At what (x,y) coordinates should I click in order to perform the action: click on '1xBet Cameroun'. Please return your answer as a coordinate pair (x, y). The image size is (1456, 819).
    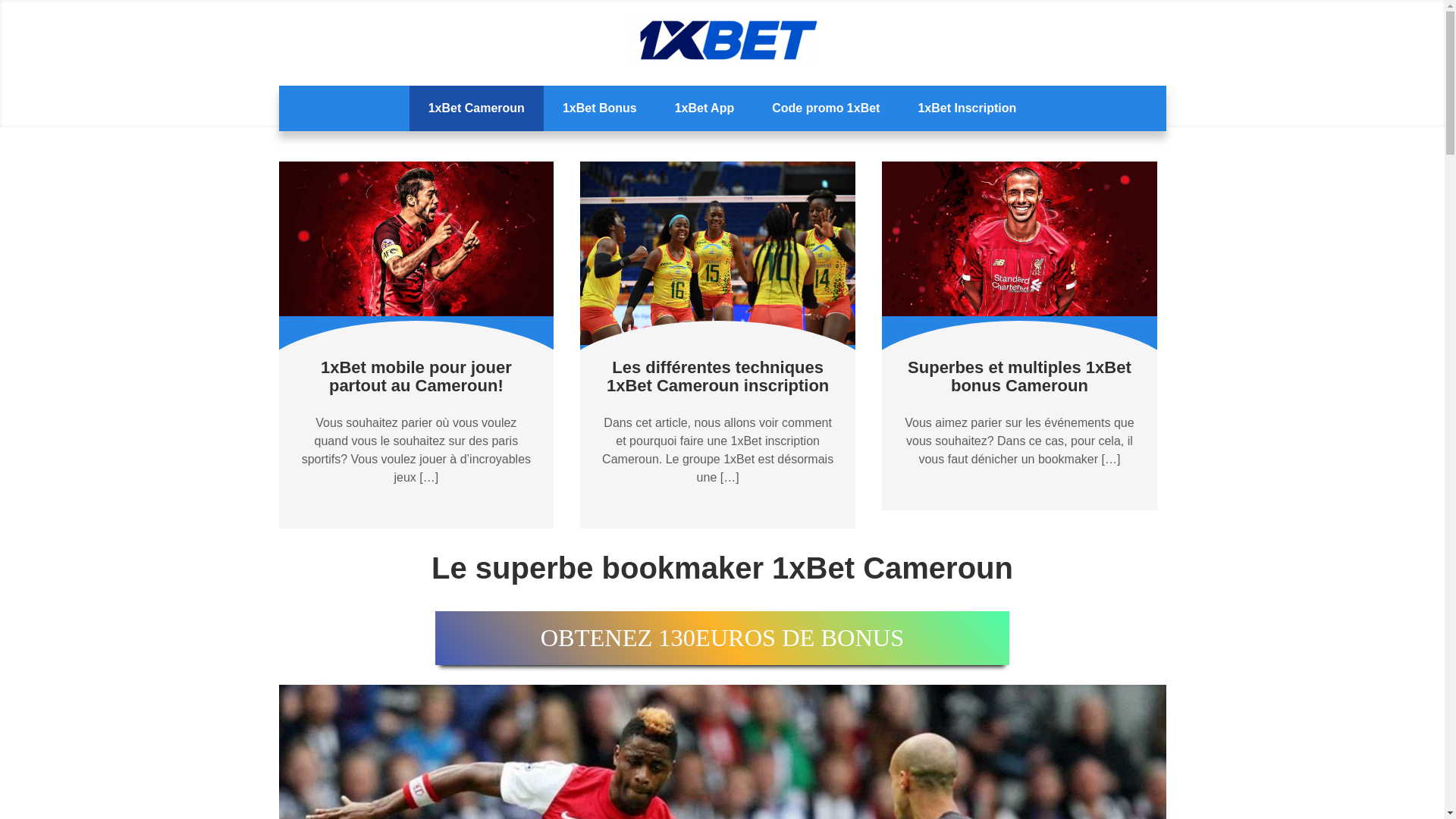
    Looking at the image, I should click on (475, 107).